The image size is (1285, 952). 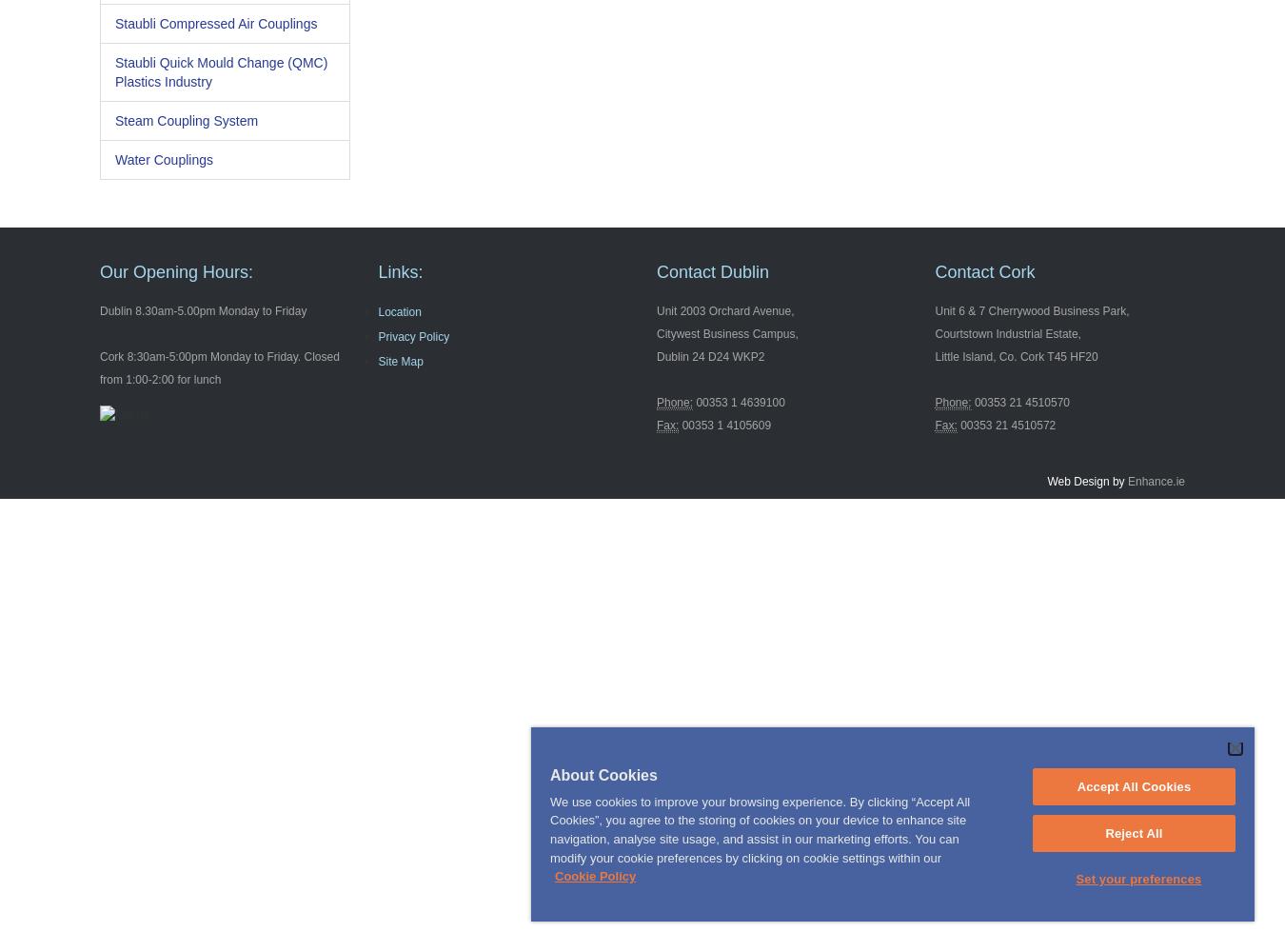 What do you see at coordinates (655, 310) in the screenshot?
I see `'Unit 2003 Orchard Avenue,'` at bounding box center [655, 310].